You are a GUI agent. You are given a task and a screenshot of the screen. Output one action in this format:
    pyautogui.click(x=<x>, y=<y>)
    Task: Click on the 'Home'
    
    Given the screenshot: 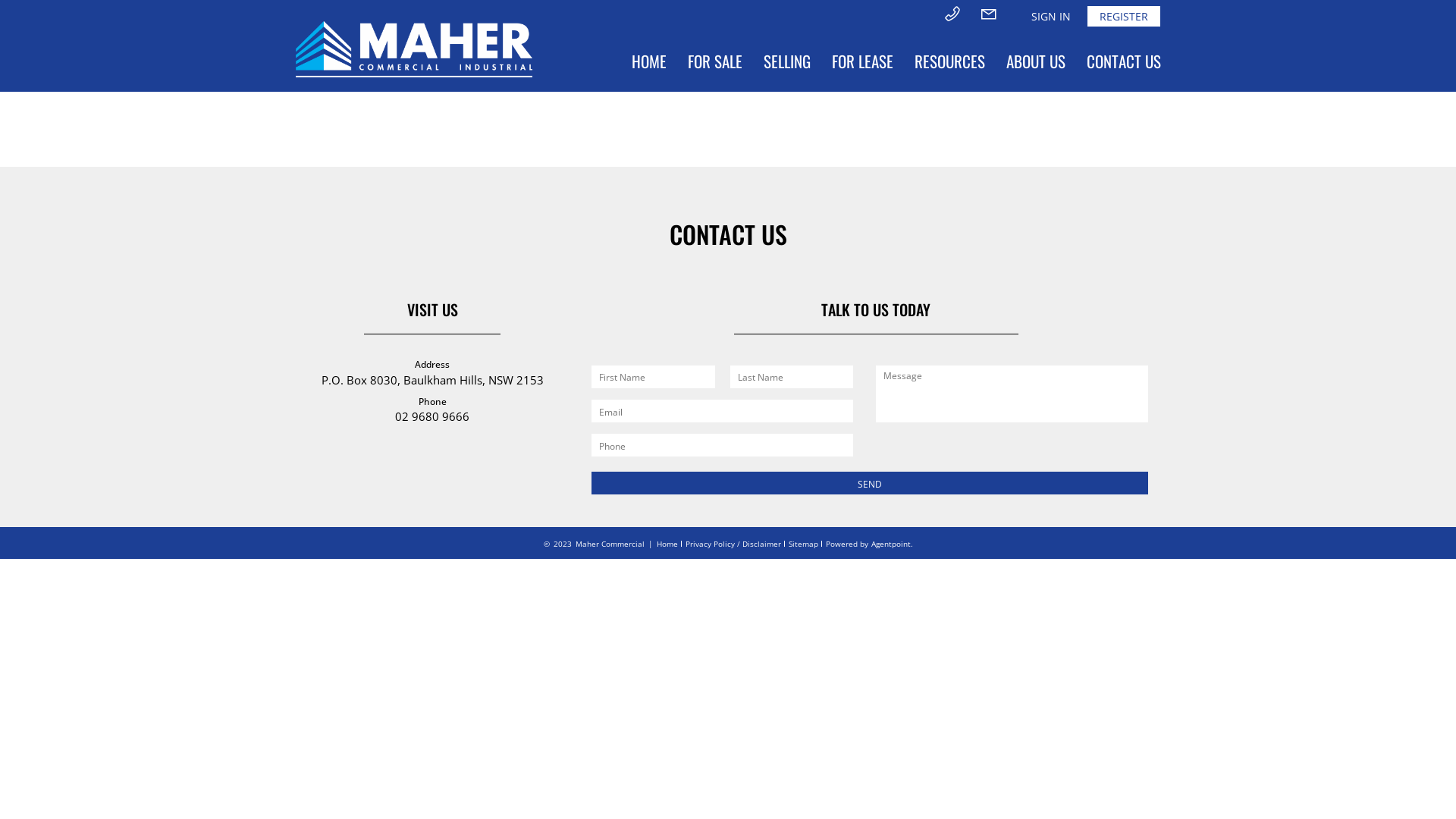 What is the action you would take?
    pyautogui.click(x=656, y=543)
    